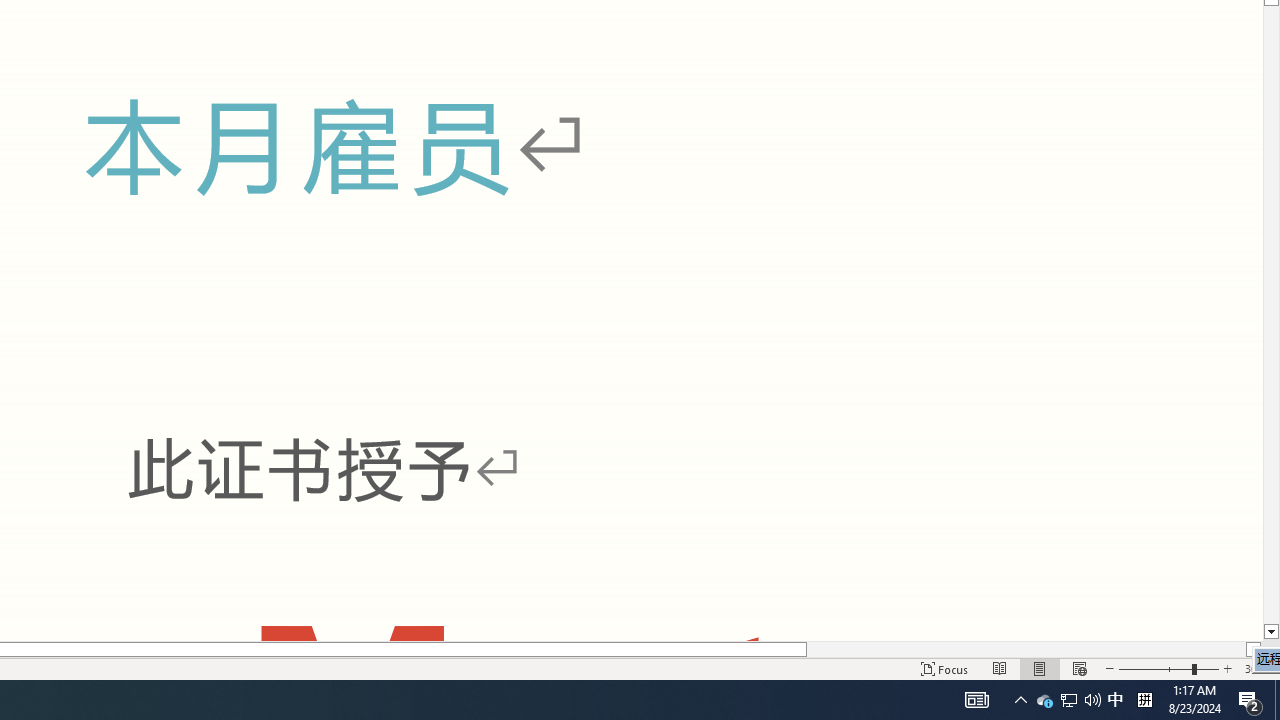  What do you see at coordinates (1257, 669) in the screenshot?
I see `'Zoom 308%'` at bounding box center [1257, 669].